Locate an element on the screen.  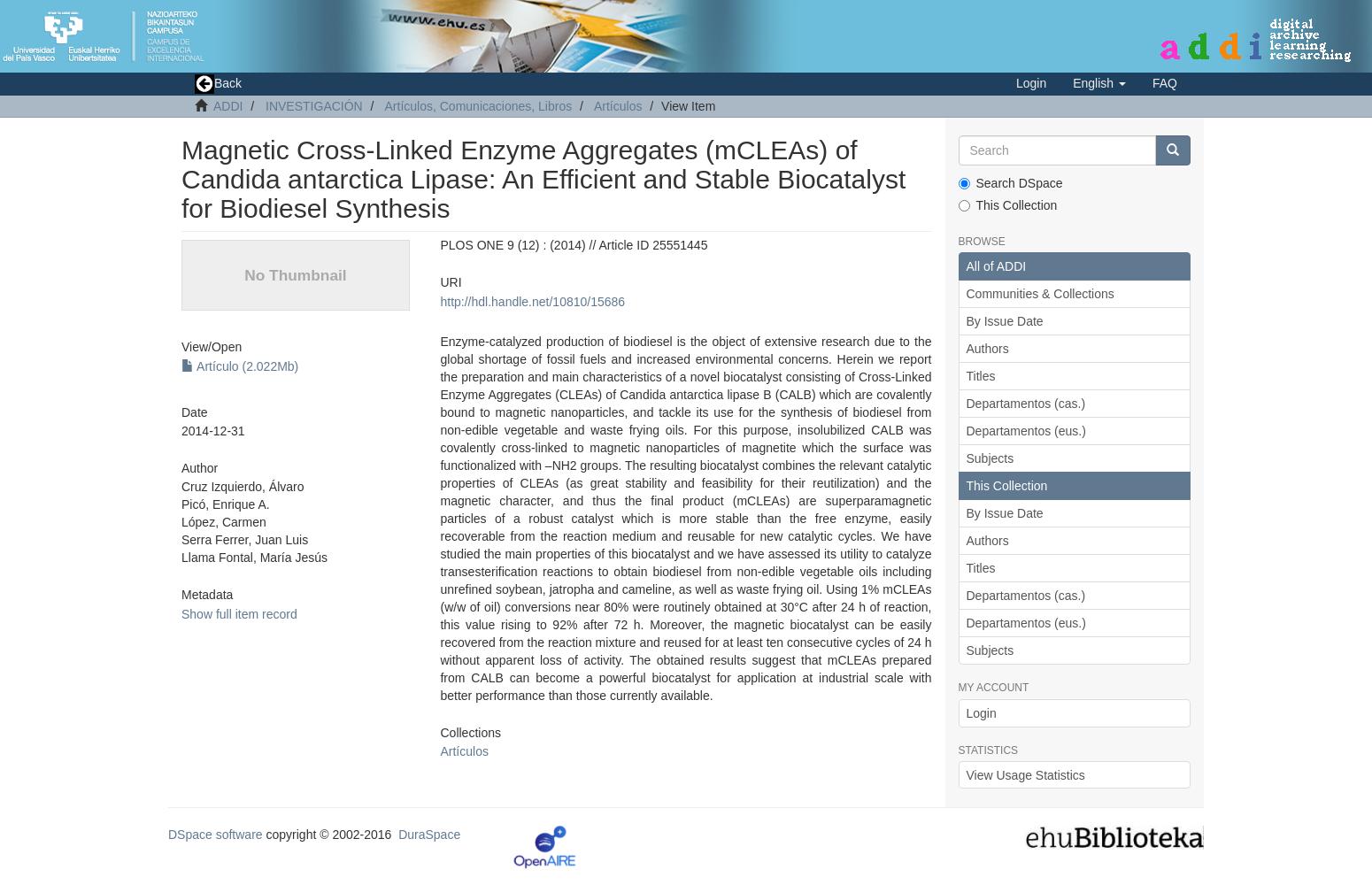
'ADDI' is located at coordinates (227, 105).